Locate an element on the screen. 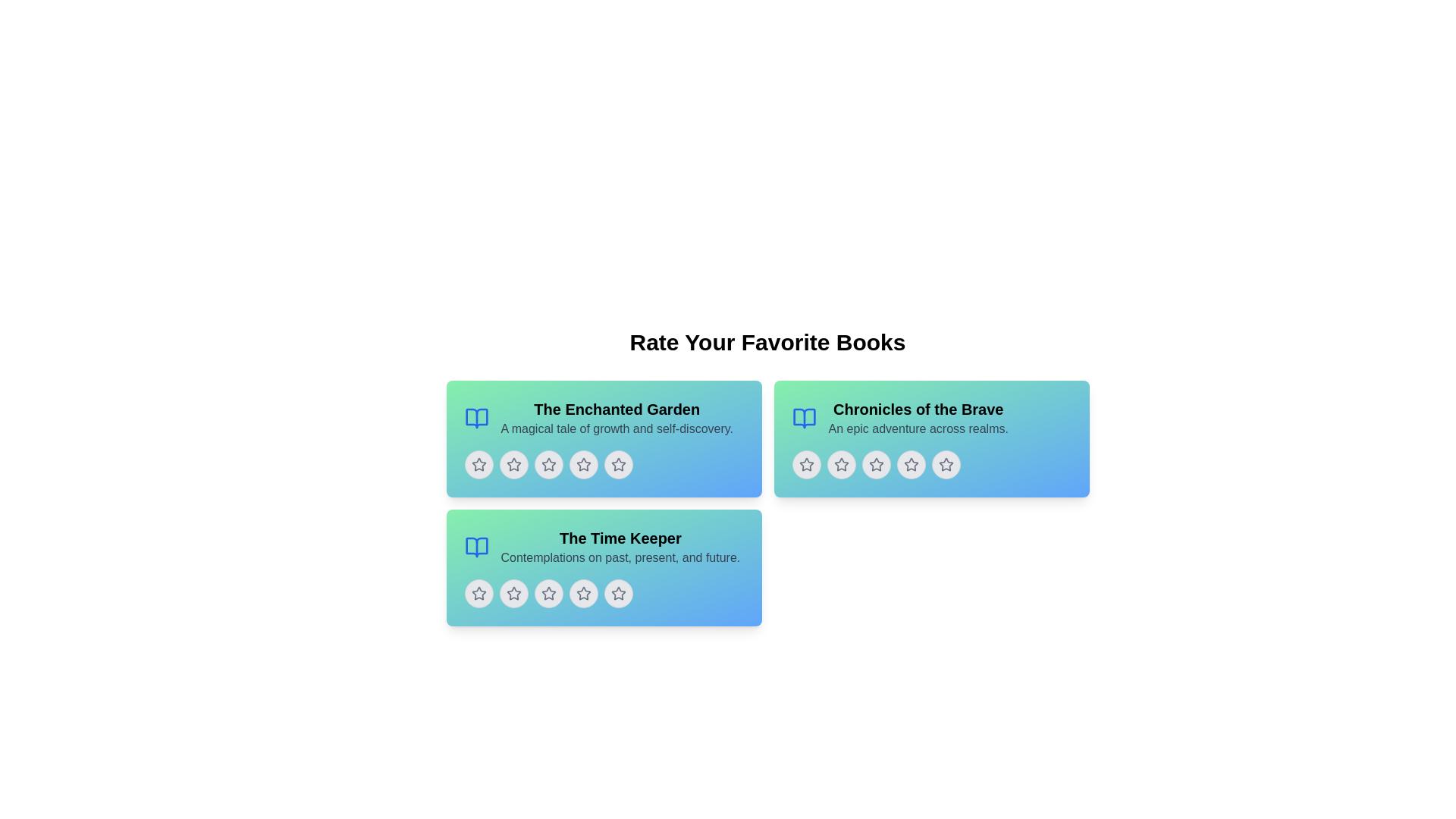 Image resolution: width=1456 pixels, height=819 pixels. information displayed in the text block titled 'The Enchanted Garden' which includes the subtitle 'A magical tale of growth and self-discovery.' is located at coordinates (603, 418).